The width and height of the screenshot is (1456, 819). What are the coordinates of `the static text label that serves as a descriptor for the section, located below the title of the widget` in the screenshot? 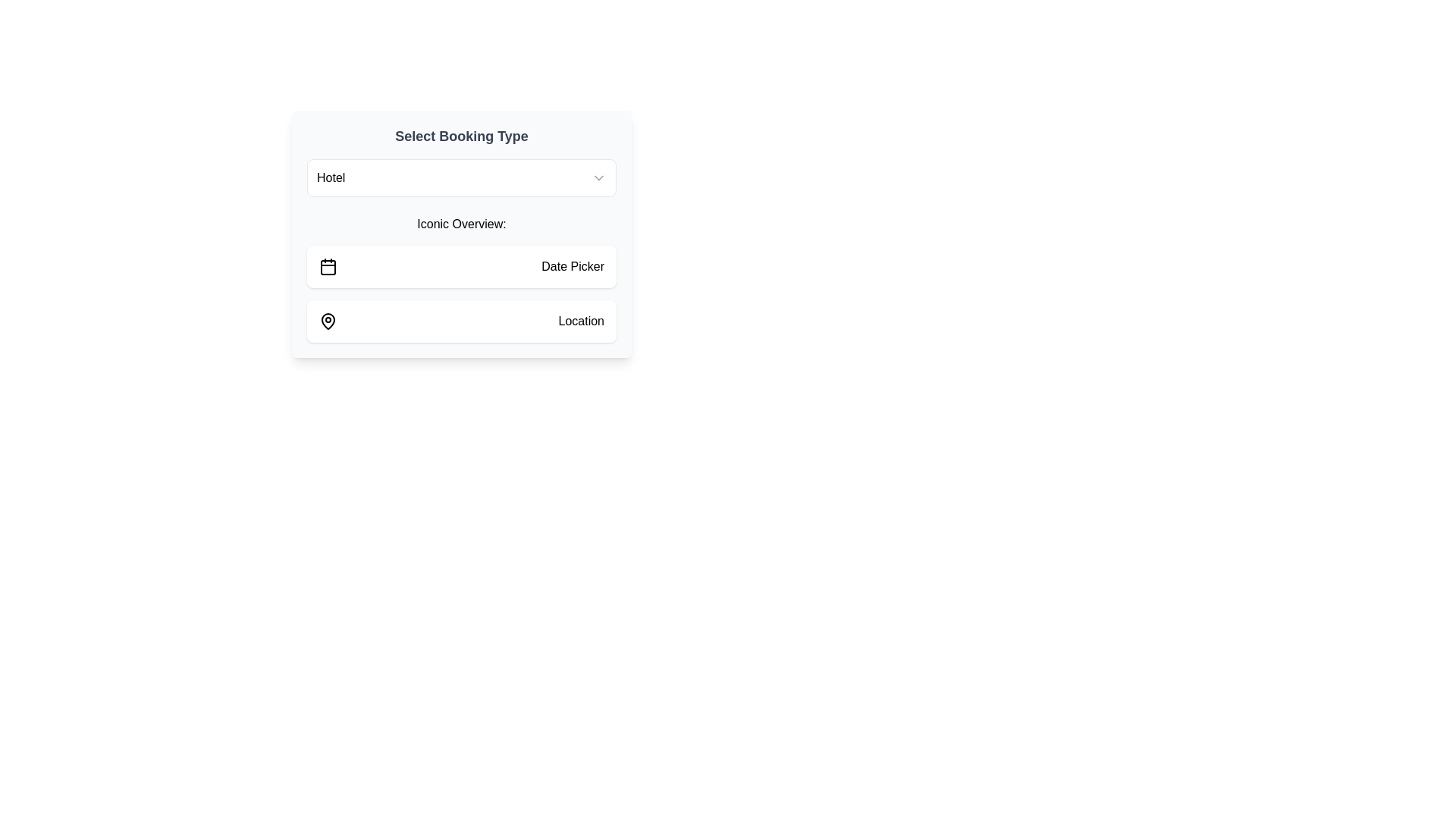 It's located at (461, 224).